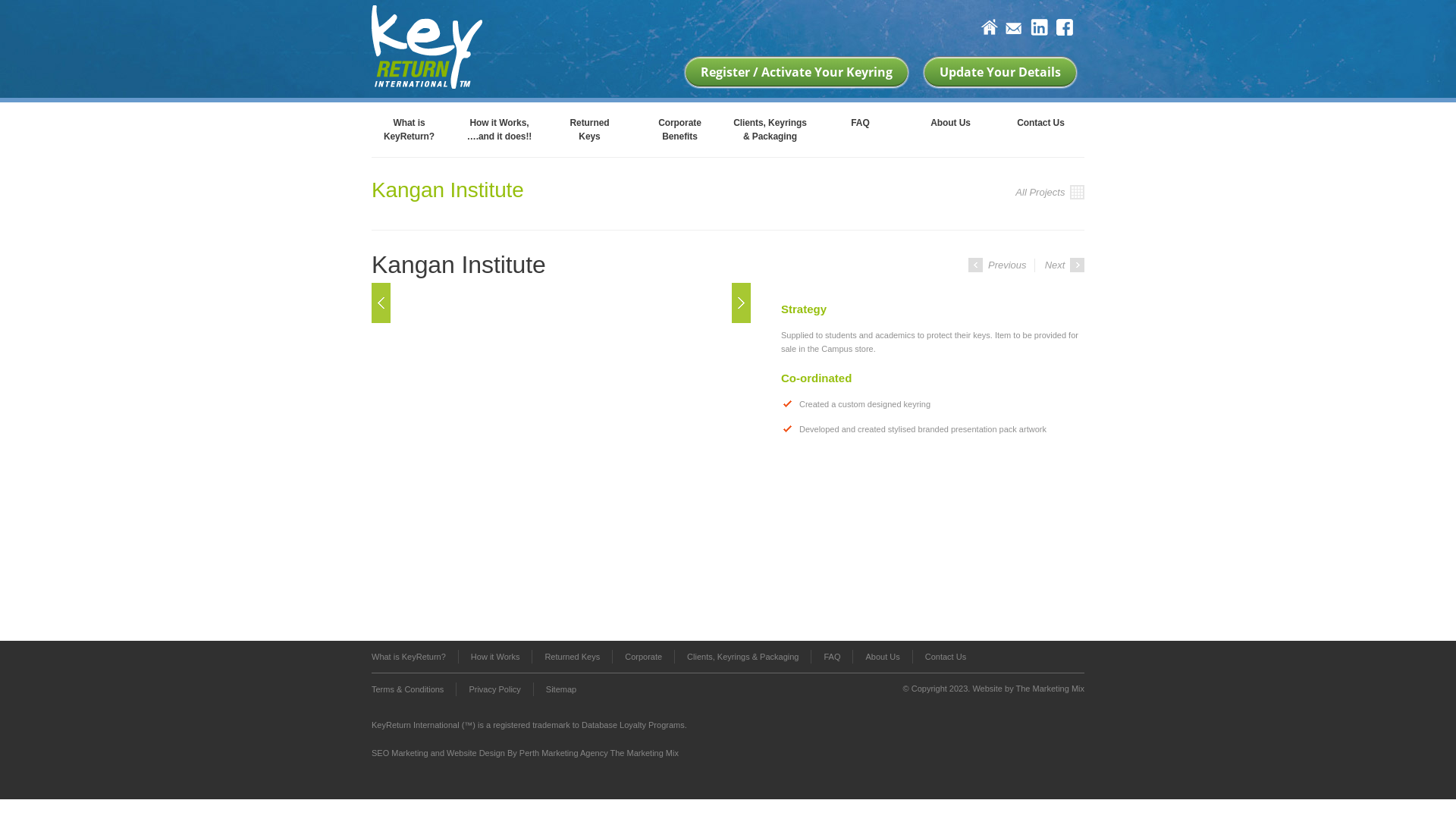 The width and height of the screenshot is (1456, 819). Describe the element at coordinates (598, 752) in the screenshot. I see `'Perth Marketing Agency The Marketing Mix'` at that location.